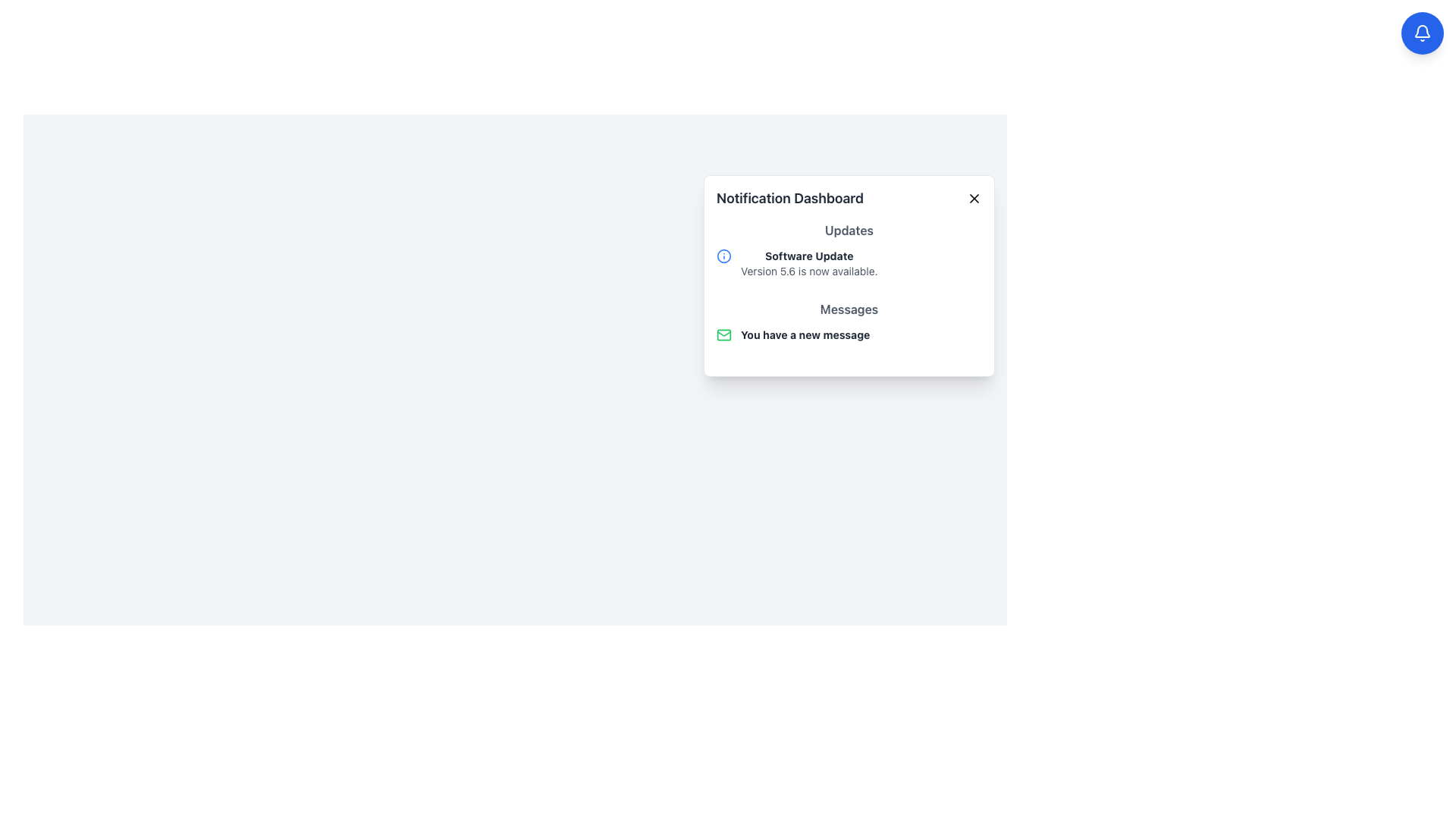 The image size is (1456, 819). What do you see at coordinates (848, 253) in the screenshot?
I see `the notification component titled 'Updates' with the subheading 'Software Update' indicating 'Version 5.6 is now available.'` at bounding box center [848, 253].